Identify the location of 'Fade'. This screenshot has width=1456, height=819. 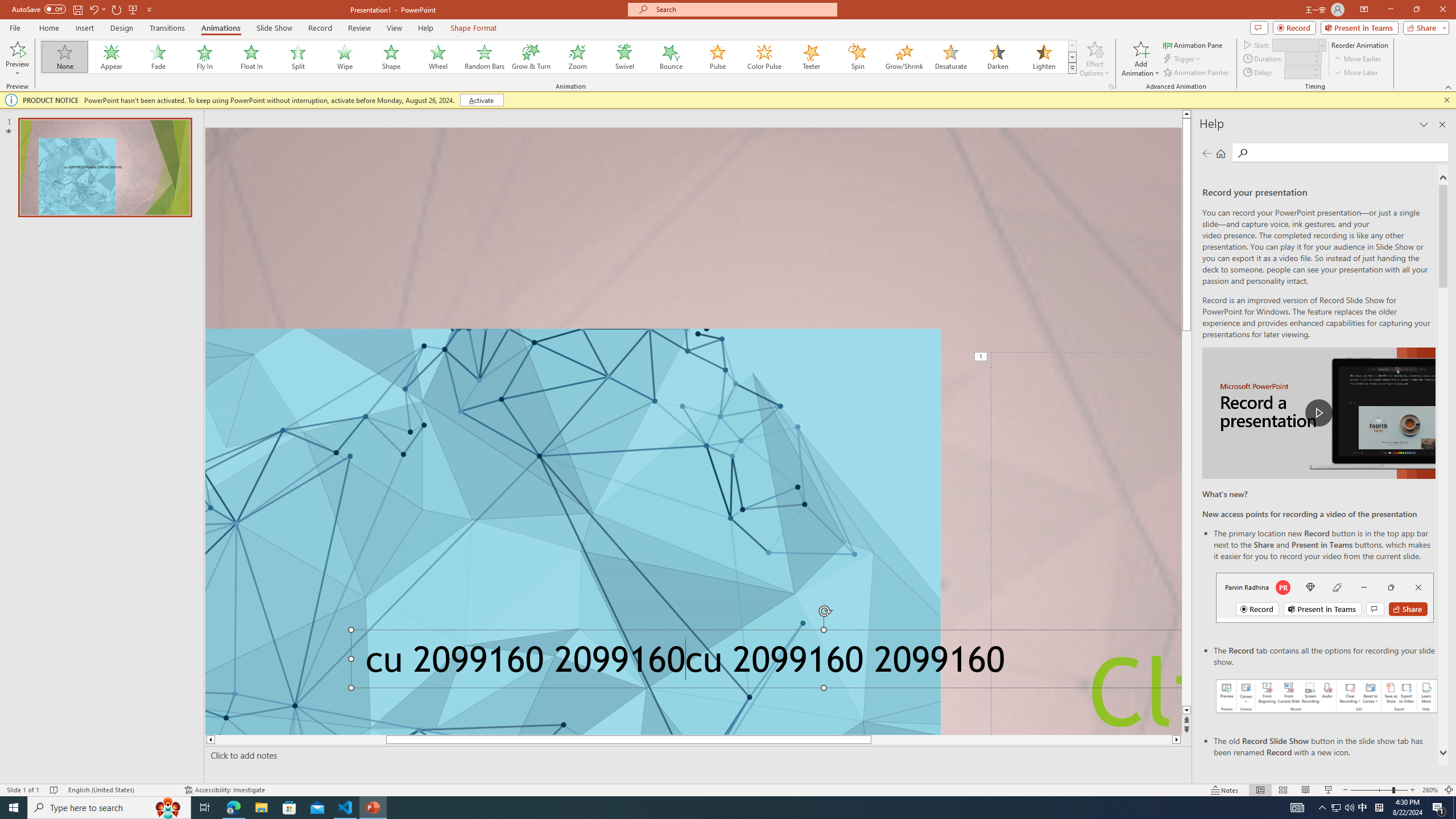
(158, 56).